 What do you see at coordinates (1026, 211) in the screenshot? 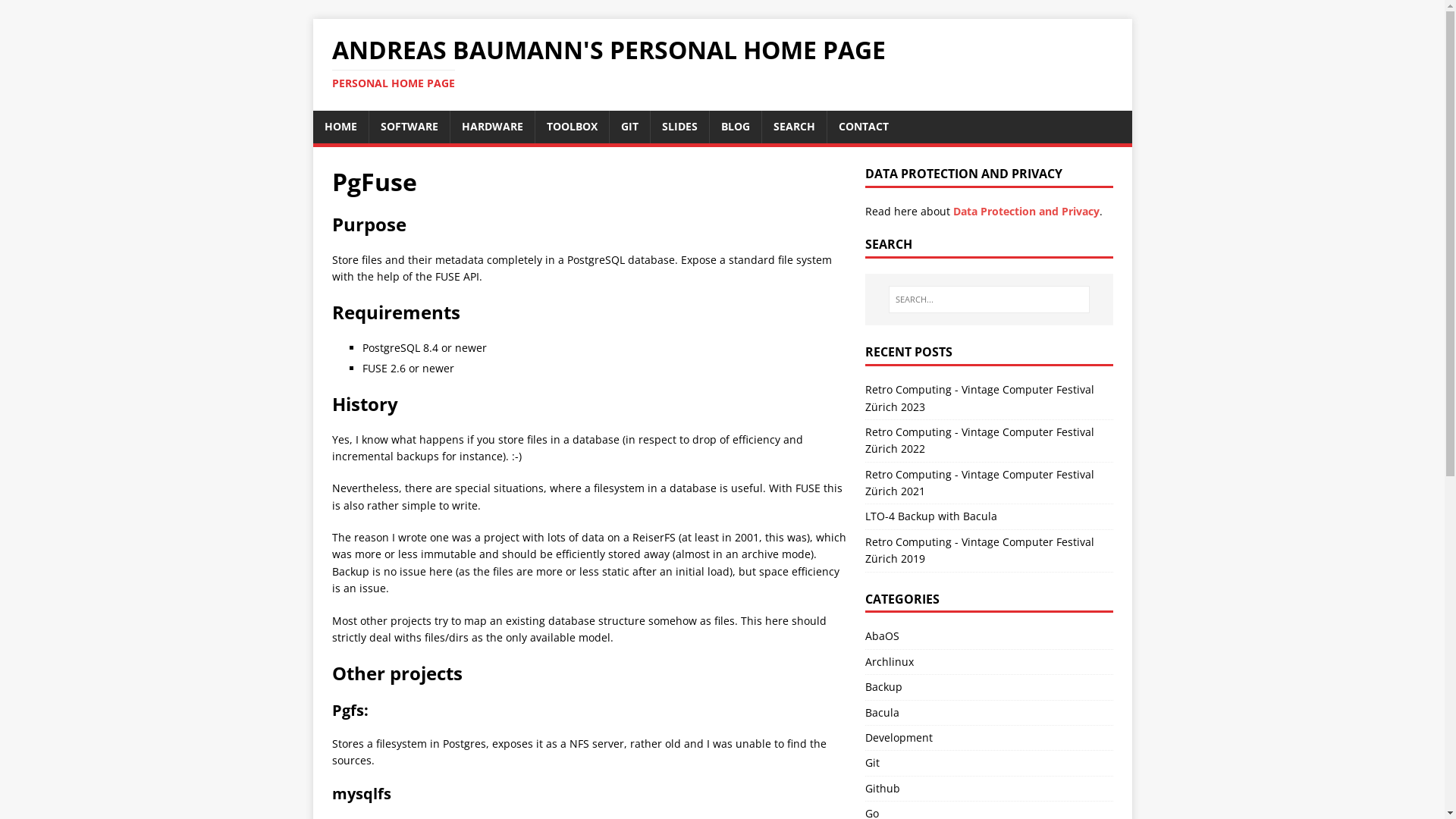
I see `'Data Protection and Privacy'` at bounding box center [1026, 211].